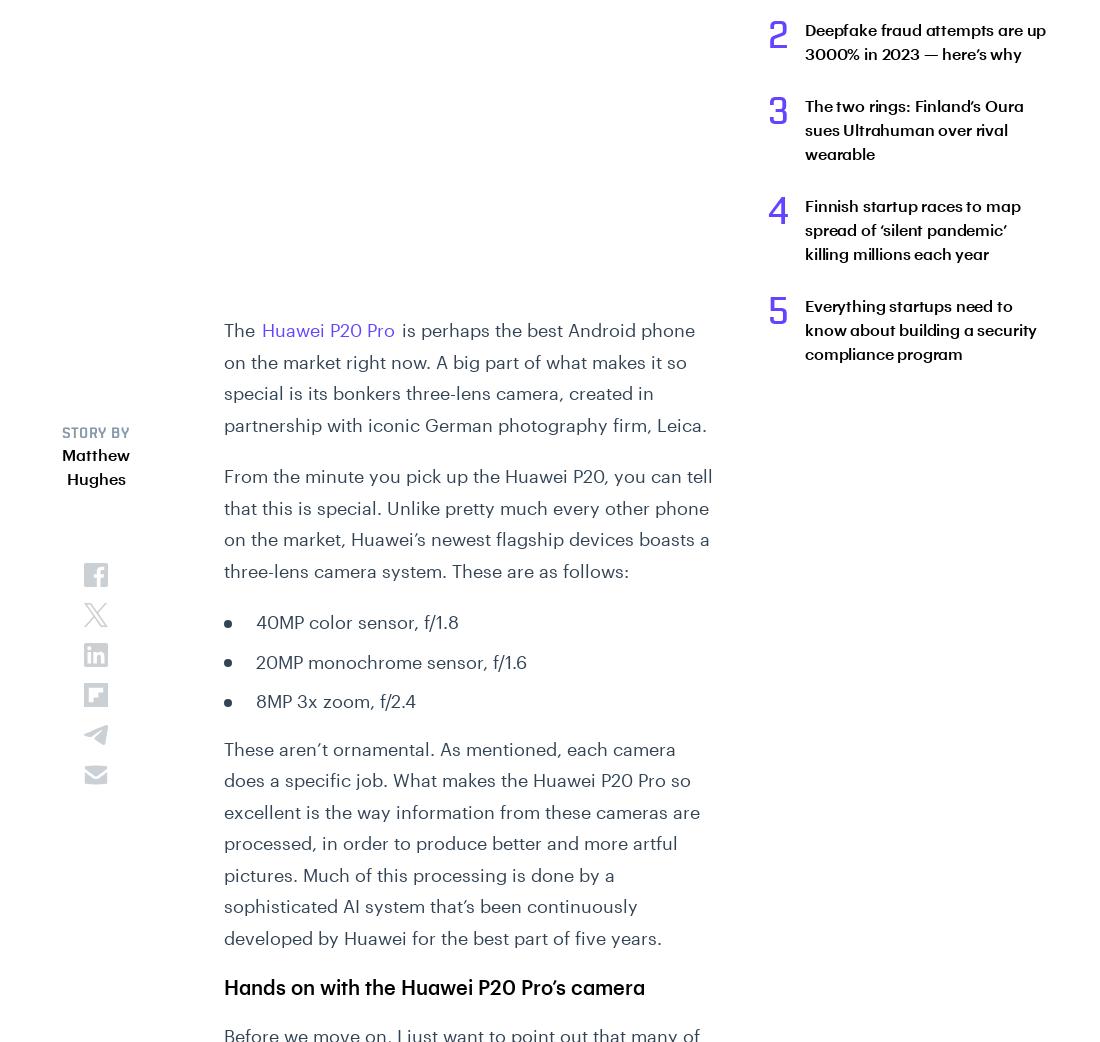  Describe the element at coordinates (96, 466) in the screenshot. I see `'Matthew Hughes'` at that location.